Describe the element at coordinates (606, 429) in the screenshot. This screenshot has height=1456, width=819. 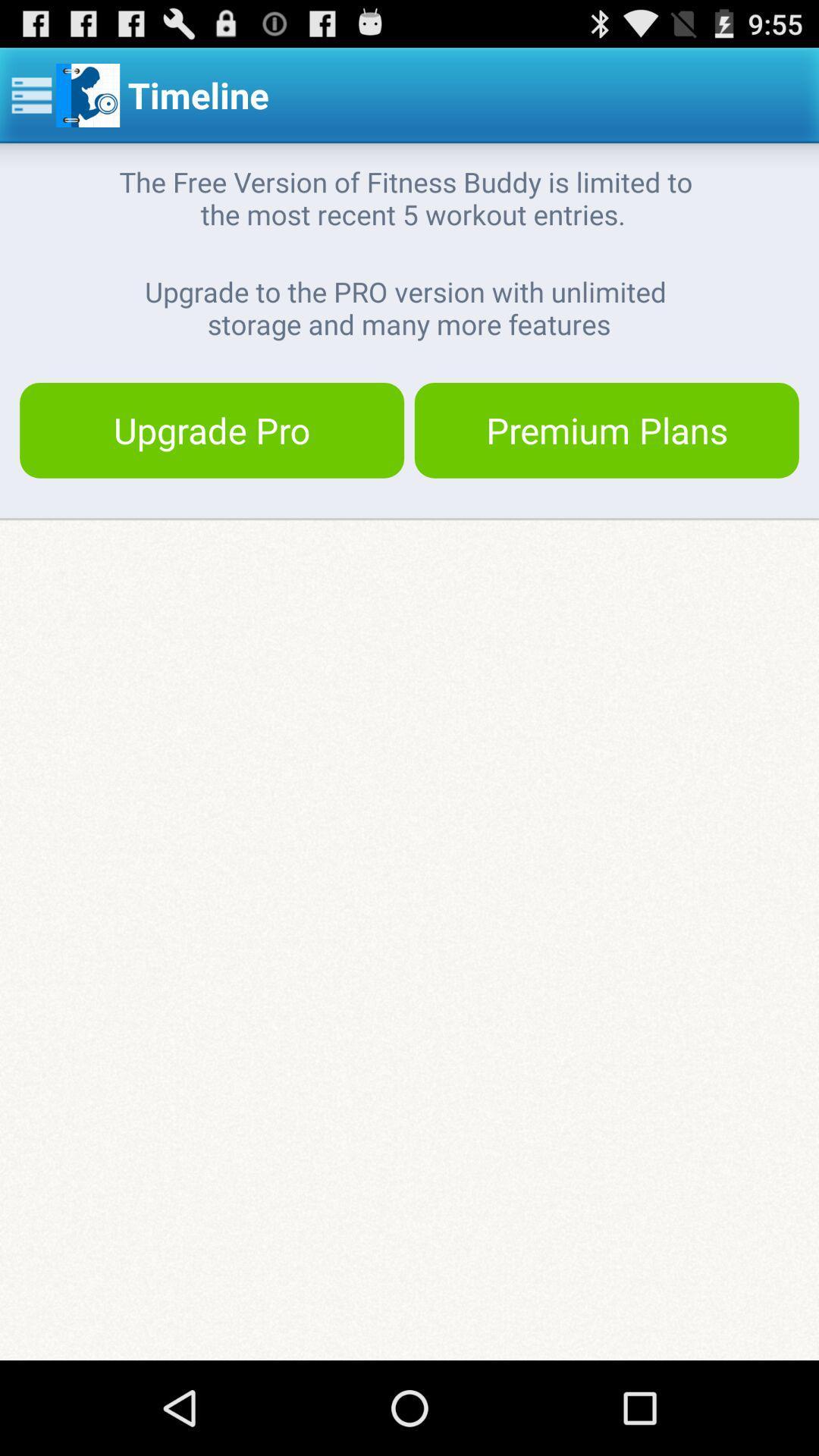
I see `the premium plans button` at that location.